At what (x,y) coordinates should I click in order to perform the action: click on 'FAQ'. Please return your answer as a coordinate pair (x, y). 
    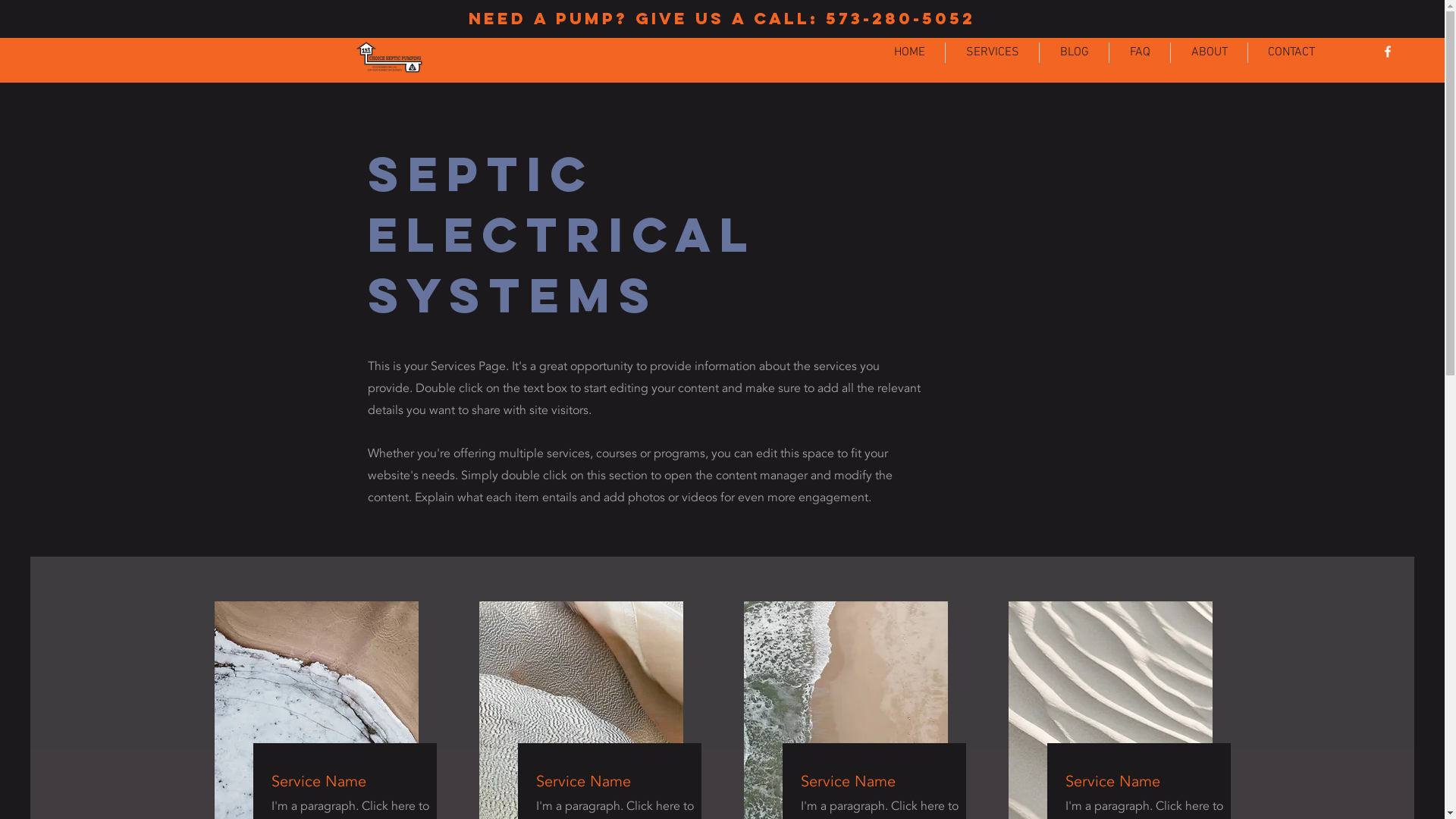
    Looking at the image, I should click on (1139, 52).